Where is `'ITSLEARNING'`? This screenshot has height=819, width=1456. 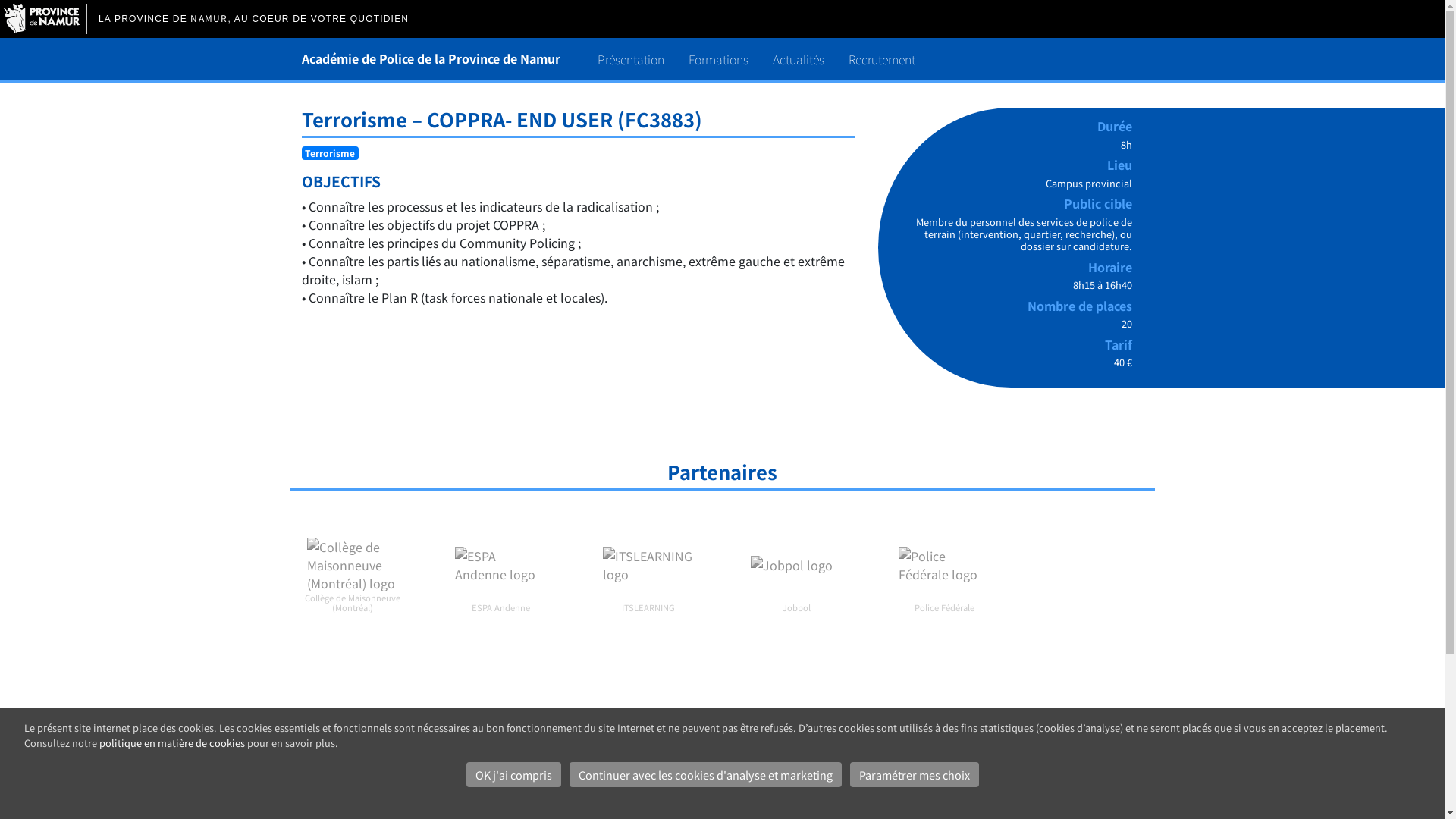
'ITSLEARNING' is located at coordinates (648, 565).